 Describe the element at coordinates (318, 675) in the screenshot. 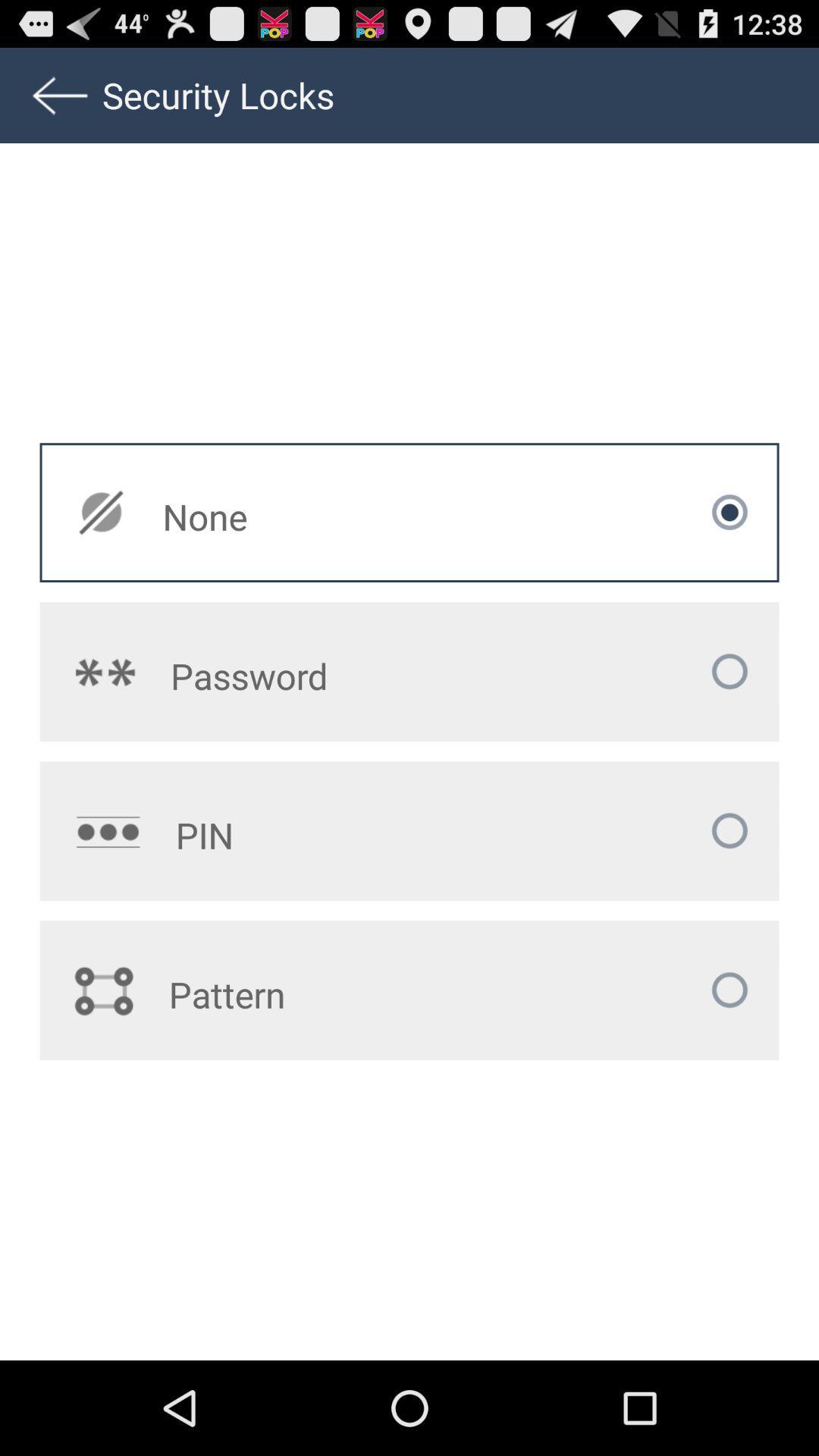

I see `the password icon` at that location.